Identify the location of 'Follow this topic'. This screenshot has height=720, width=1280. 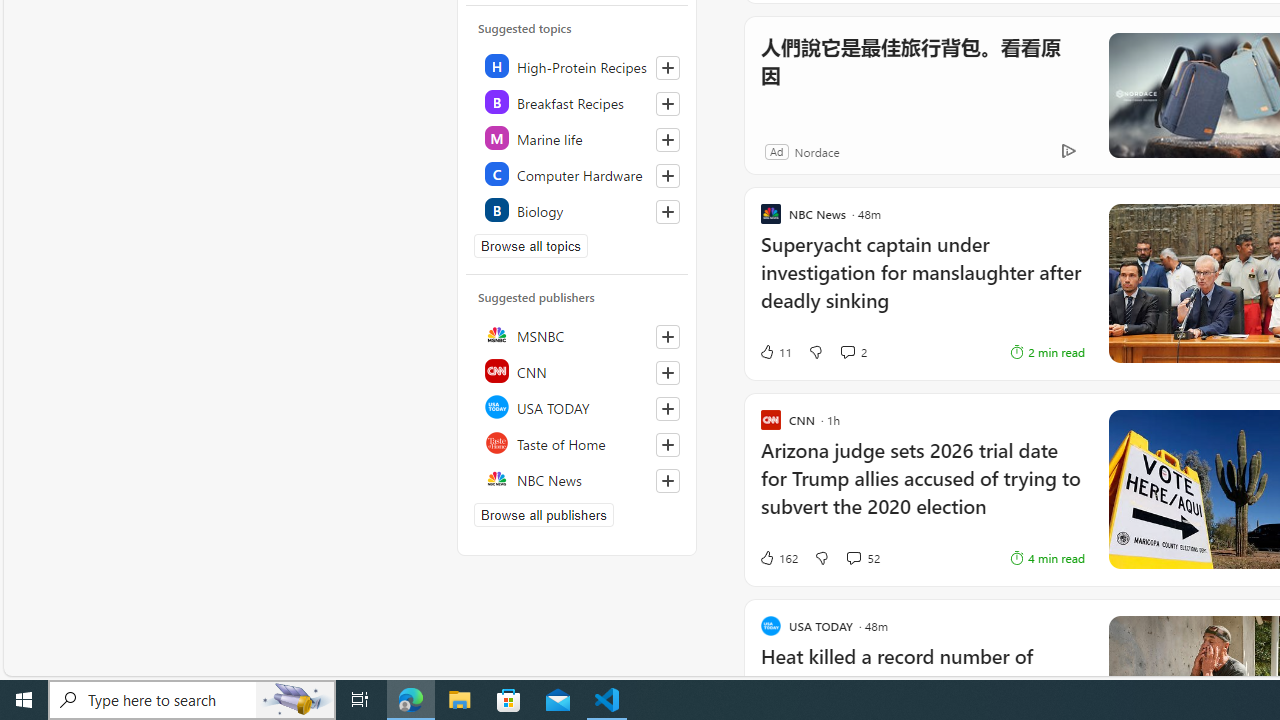
(668, 212).